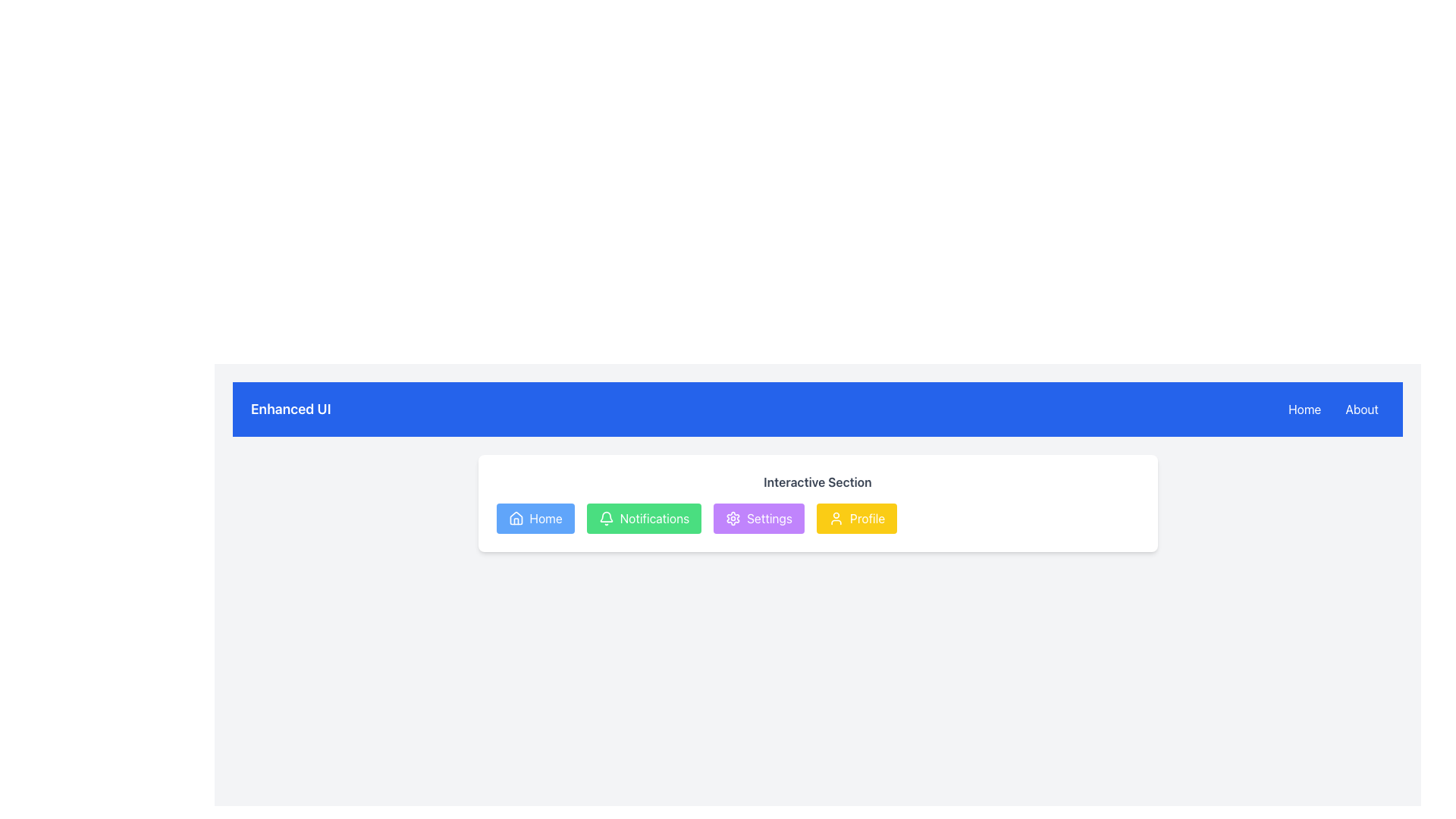  I want to click on the cog-like settings icon embedded within the purple rectangle labeled 'Settings', so click(733, 517).